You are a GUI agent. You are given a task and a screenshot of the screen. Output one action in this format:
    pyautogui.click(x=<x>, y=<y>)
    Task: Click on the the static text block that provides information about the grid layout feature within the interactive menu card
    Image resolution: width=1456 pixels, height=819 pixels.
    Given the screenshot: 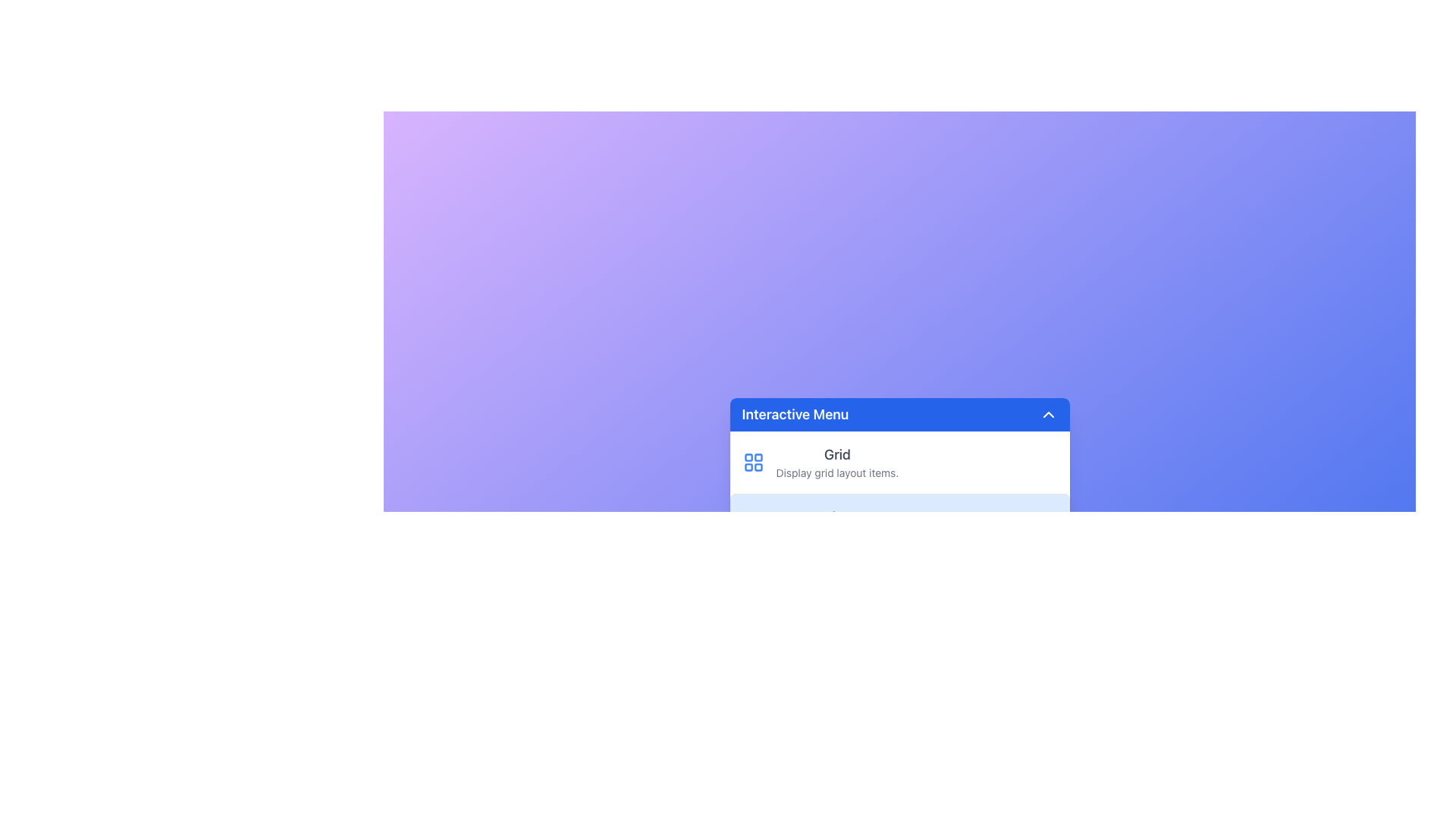 What is the action you would take?
    pyautogui.click(x=836, y=461)
    